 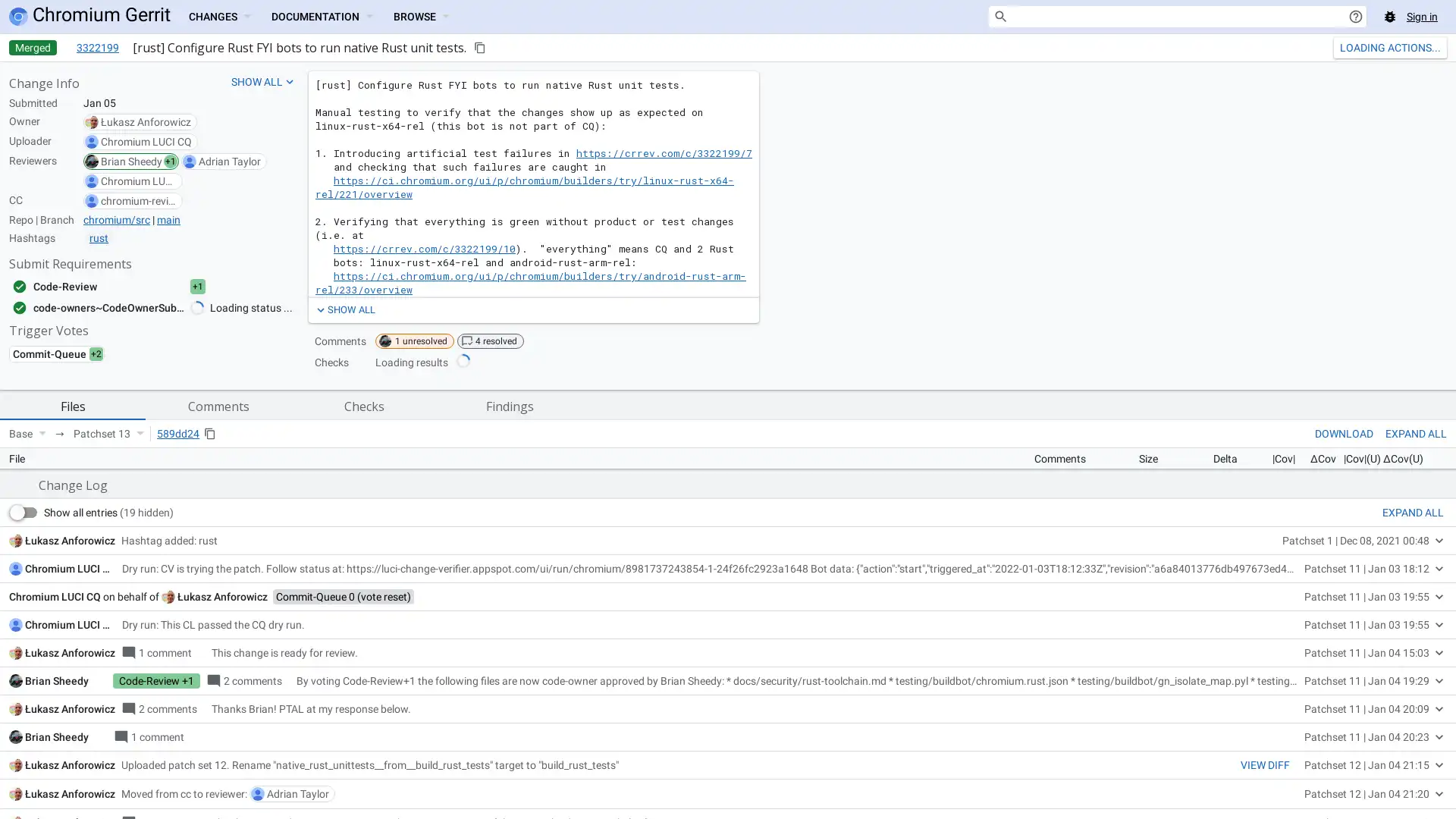 What do you see at coordinates (1412, 721) in the screenshot?
I see `EXPAND ALL` at bounding box center [1412, 721].